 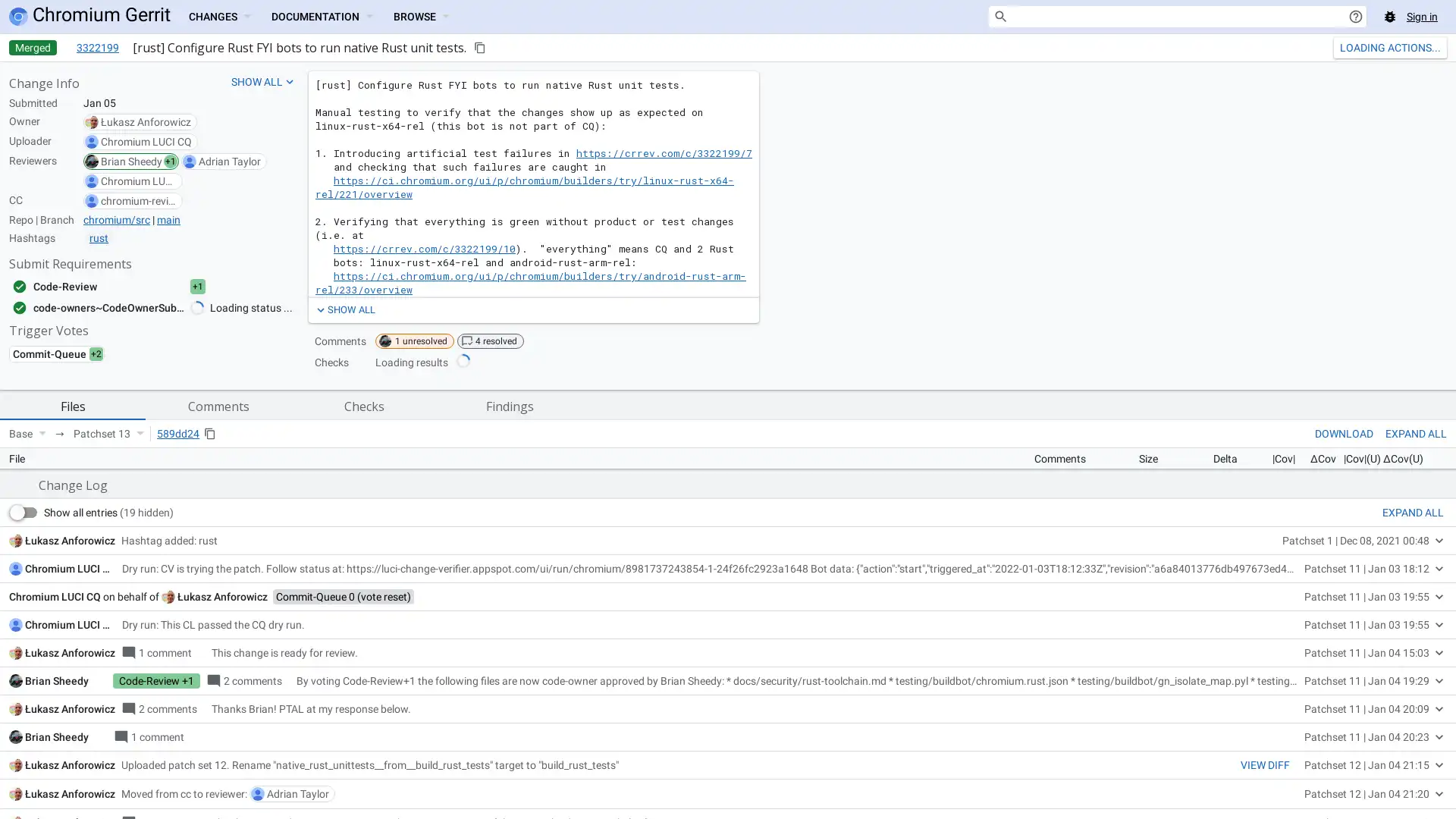 What do you see at coordinates (1412, 721) in the screenshot?
I see `EXPAND ALL` at bounding box center [1412, 721].